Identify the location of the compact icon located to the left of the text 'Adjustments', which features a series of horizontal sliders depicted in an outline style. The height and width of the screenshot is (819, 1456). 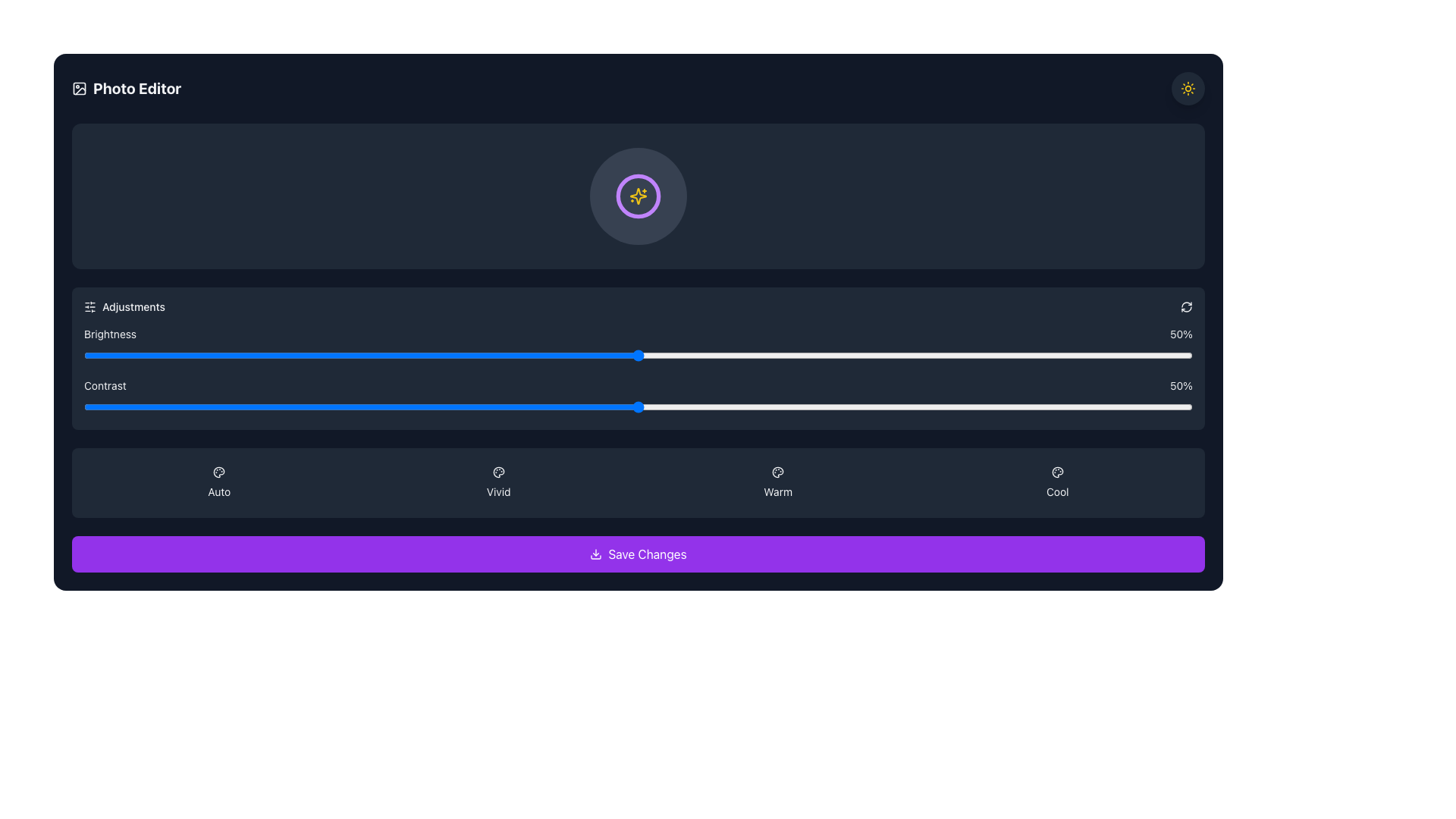
(89, 307).